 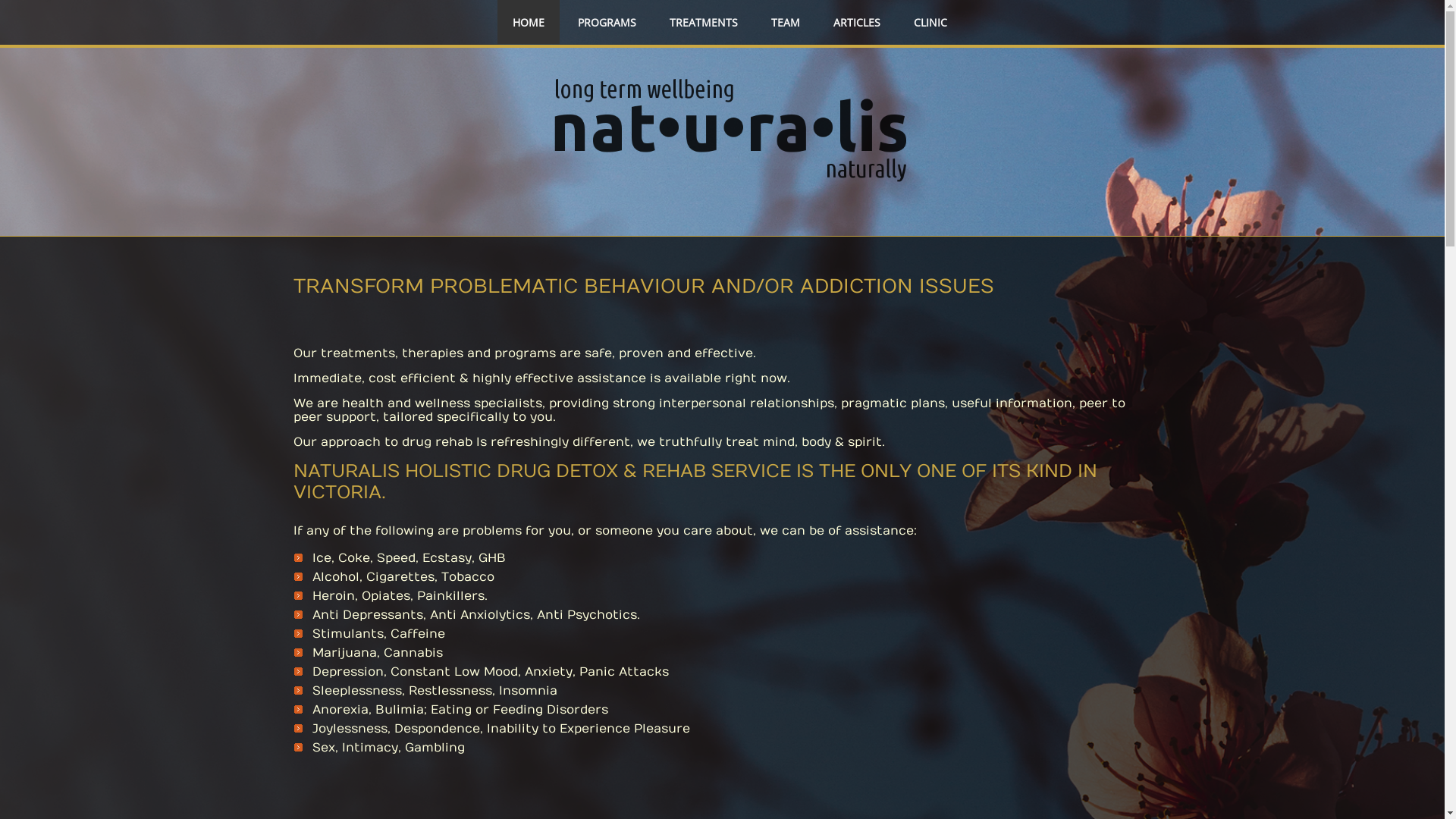 I want to click on 'TEAM', so click(x=786, y=23).